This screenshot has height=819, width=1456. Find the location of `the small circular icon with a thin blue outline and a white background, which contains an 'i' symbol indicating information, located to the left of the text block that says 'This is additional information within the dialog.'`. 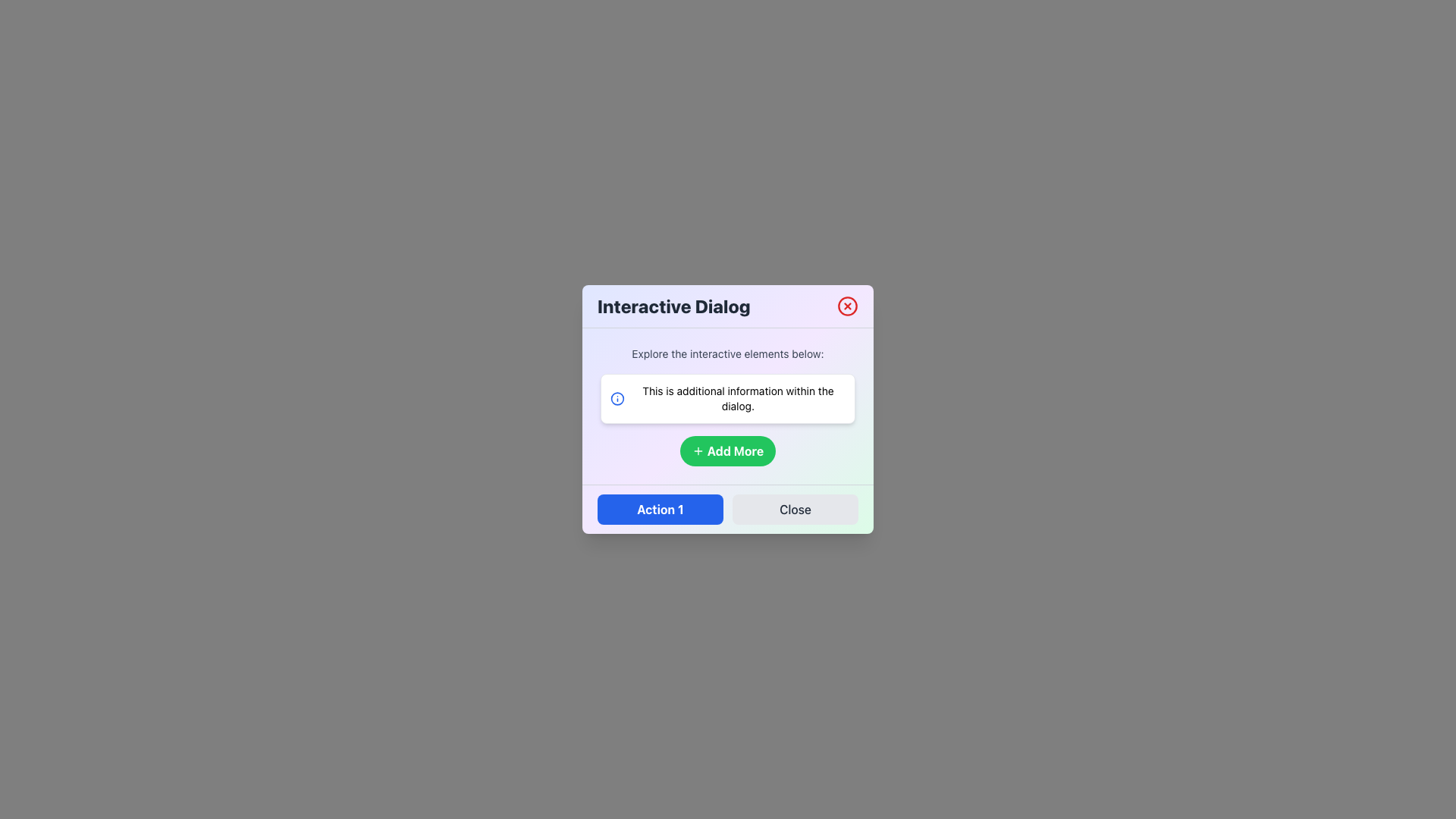

the small circular icon with a thin blue outline and a white background, which contains an 'i' symbol indicating information, located to the left of the text block that says 'This is additional information within the dialog.' is located at coordinates (617, 397).